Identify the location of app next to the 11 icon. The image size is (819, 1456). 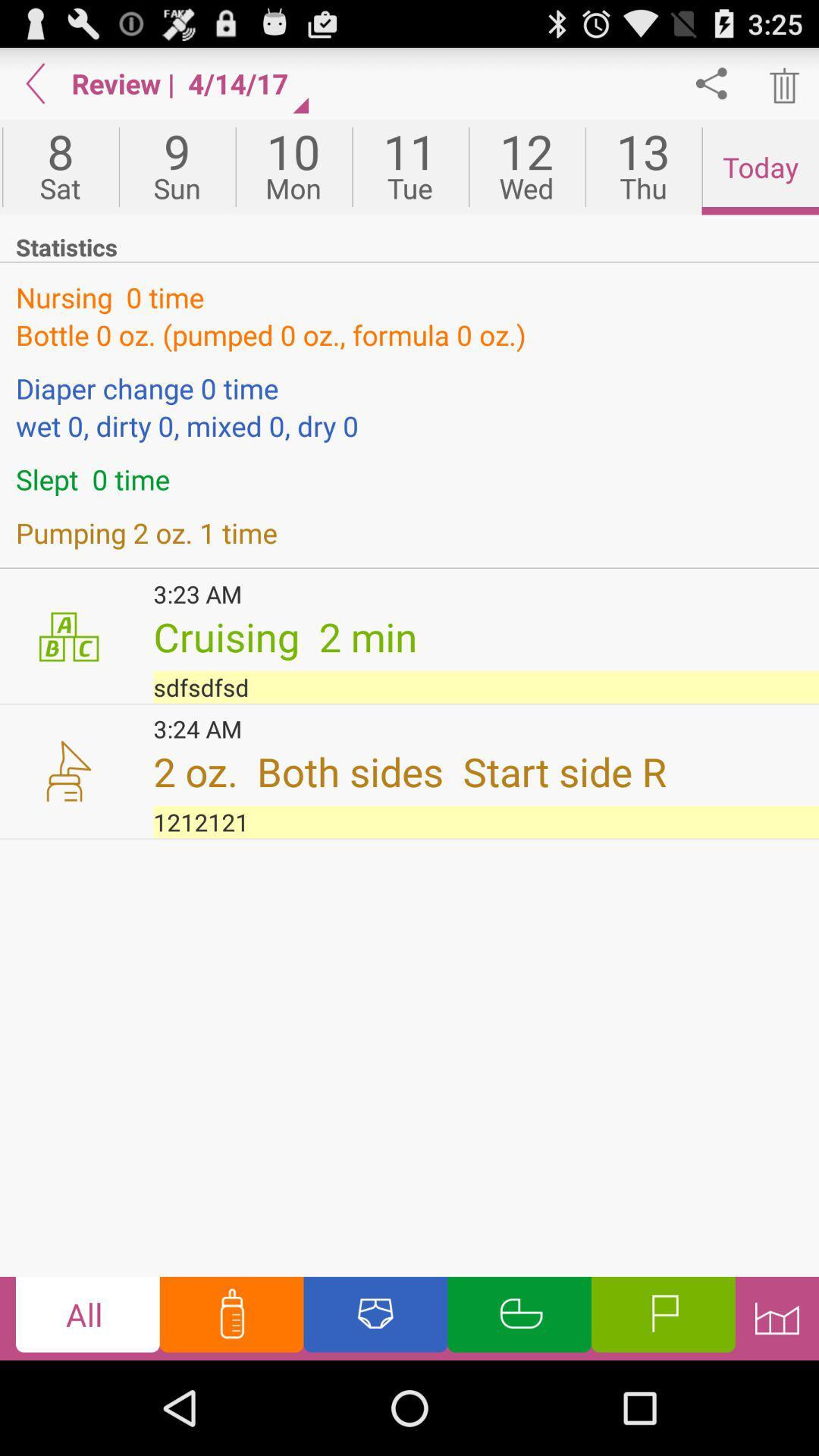
(526, 167).